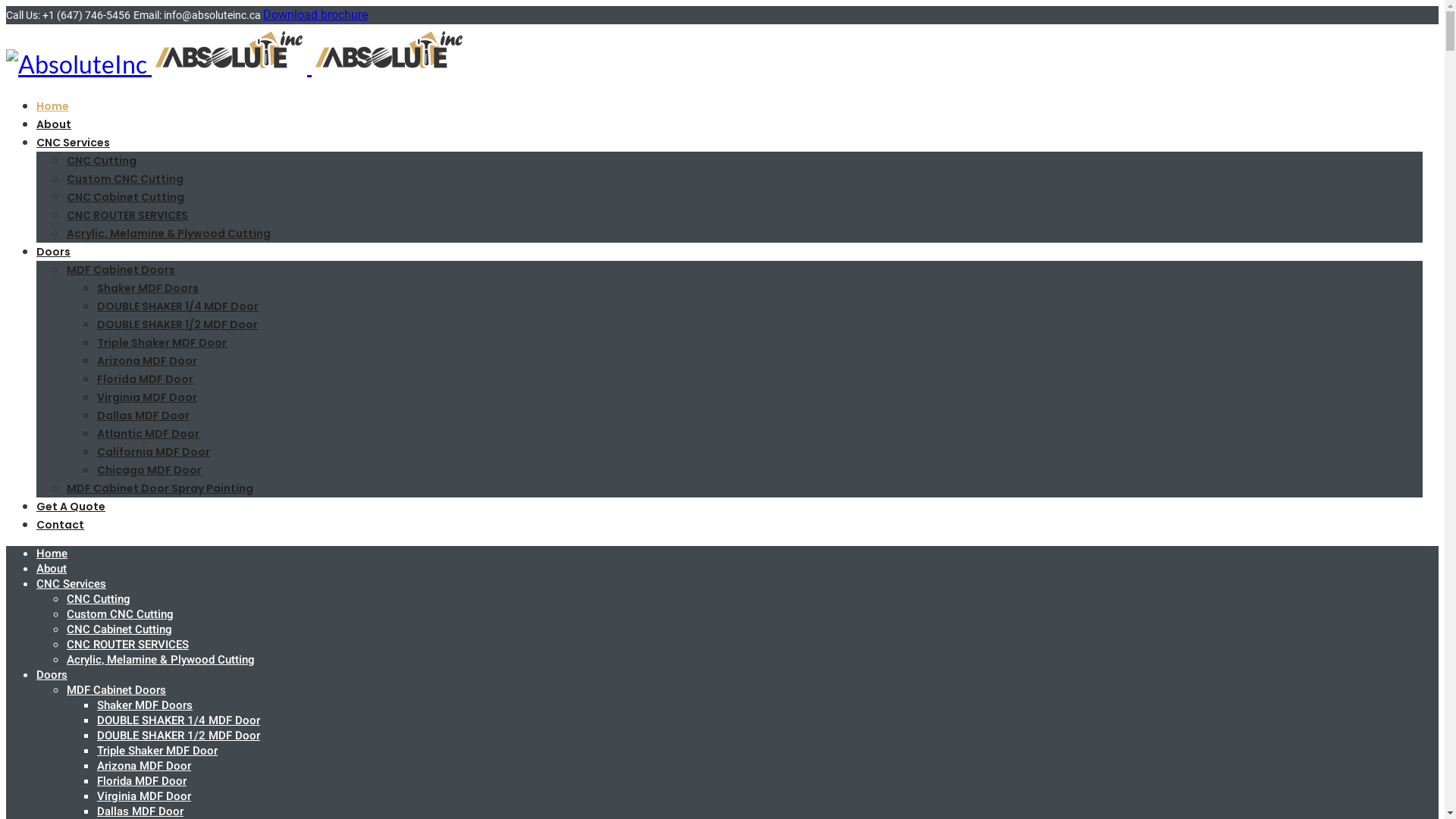 The image size is (1456, 819). Describe the element at coordinates (72, 143) in the screenshot. I see `'CNC Services'` at that location.